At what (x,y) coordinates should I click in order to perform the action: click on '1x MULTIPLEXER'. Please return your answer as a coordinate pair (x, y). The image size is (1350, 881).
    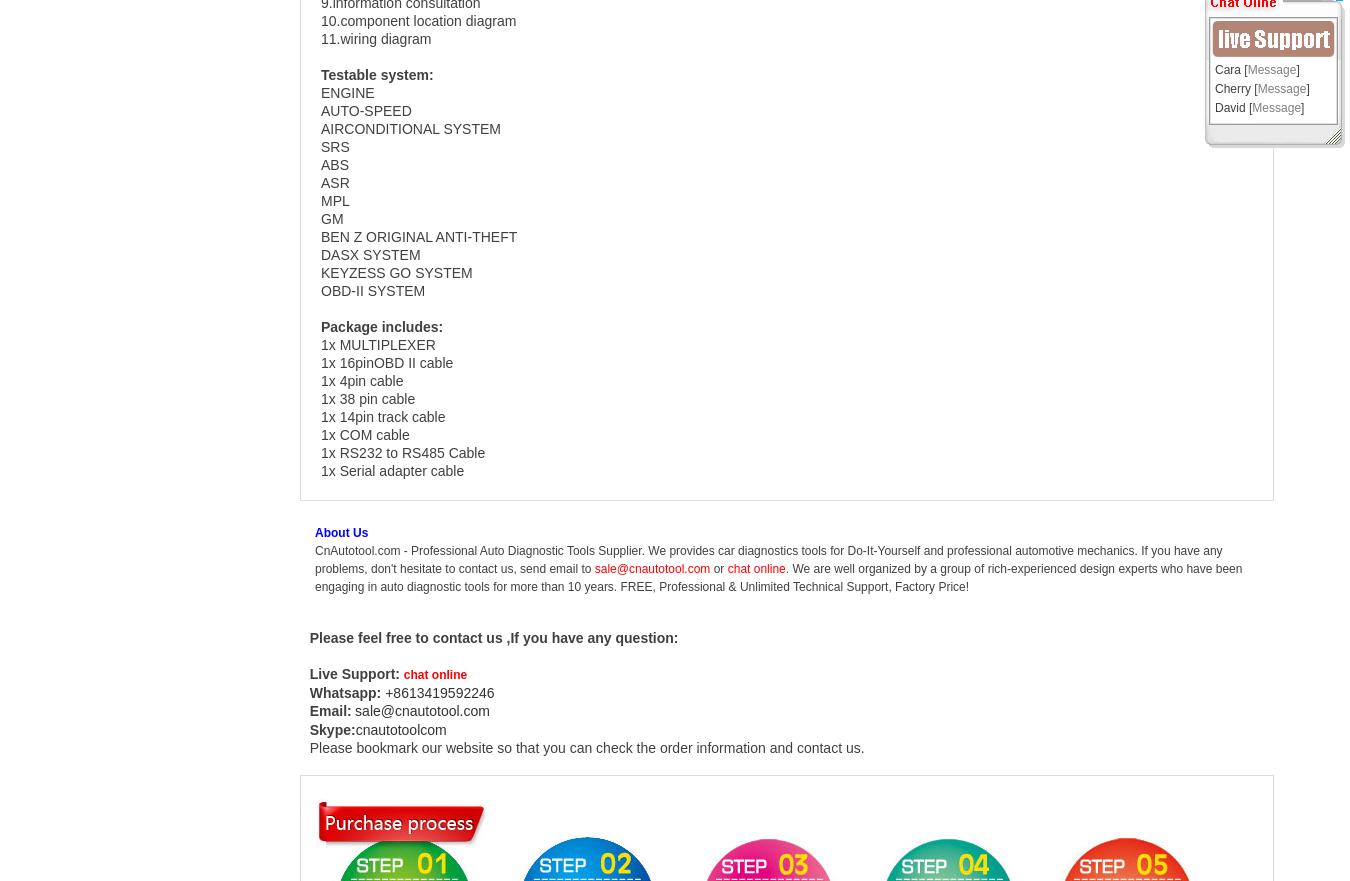
    Looking at the image, I should click on (380, 343).